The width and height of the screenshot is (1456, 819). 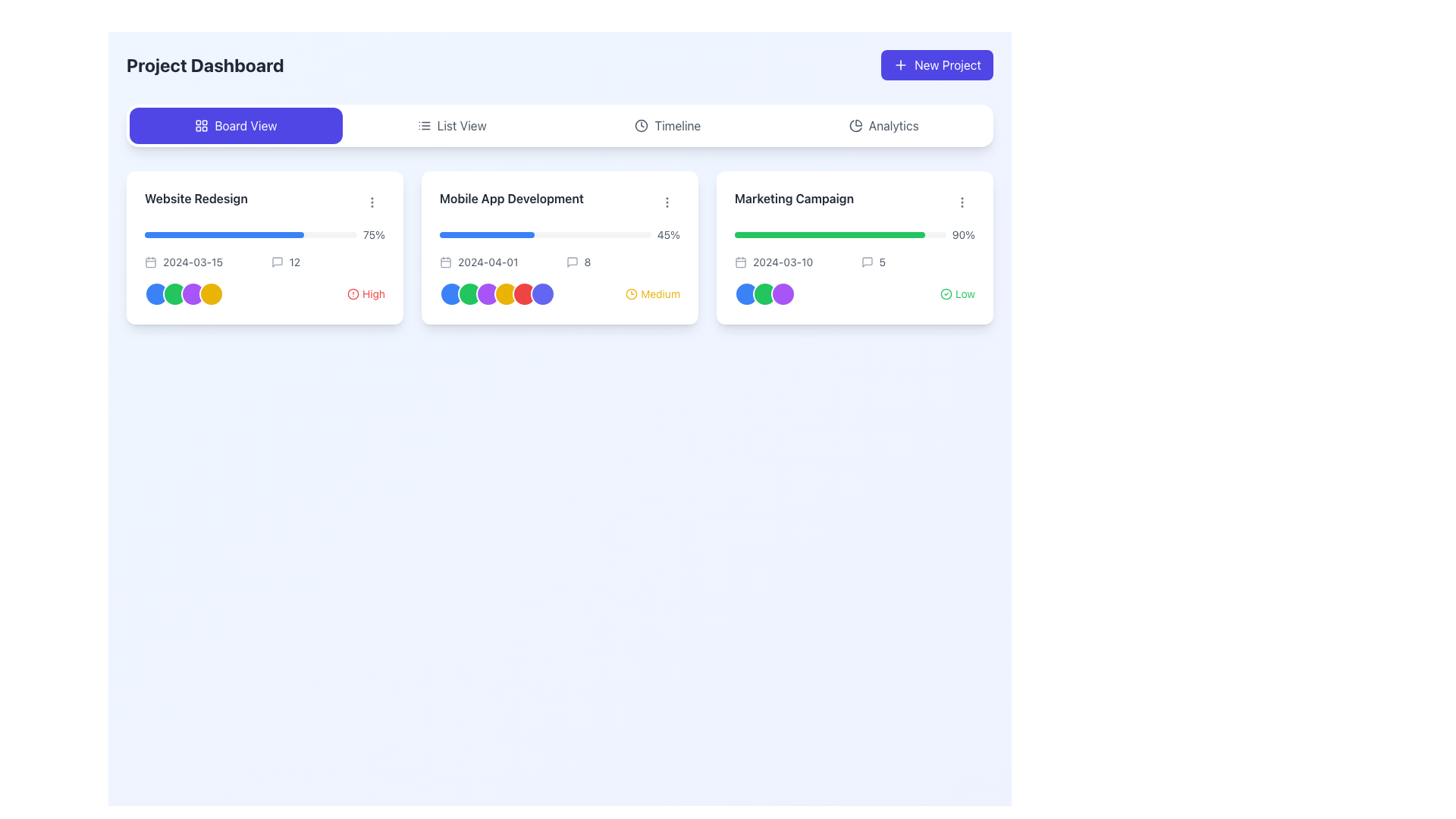 What do you see at coordinates (961, 201) in the screenshot?
I see `the button located at the top-right corner of the 'Marketing Campaign' card` at bounding box center [961, 201].